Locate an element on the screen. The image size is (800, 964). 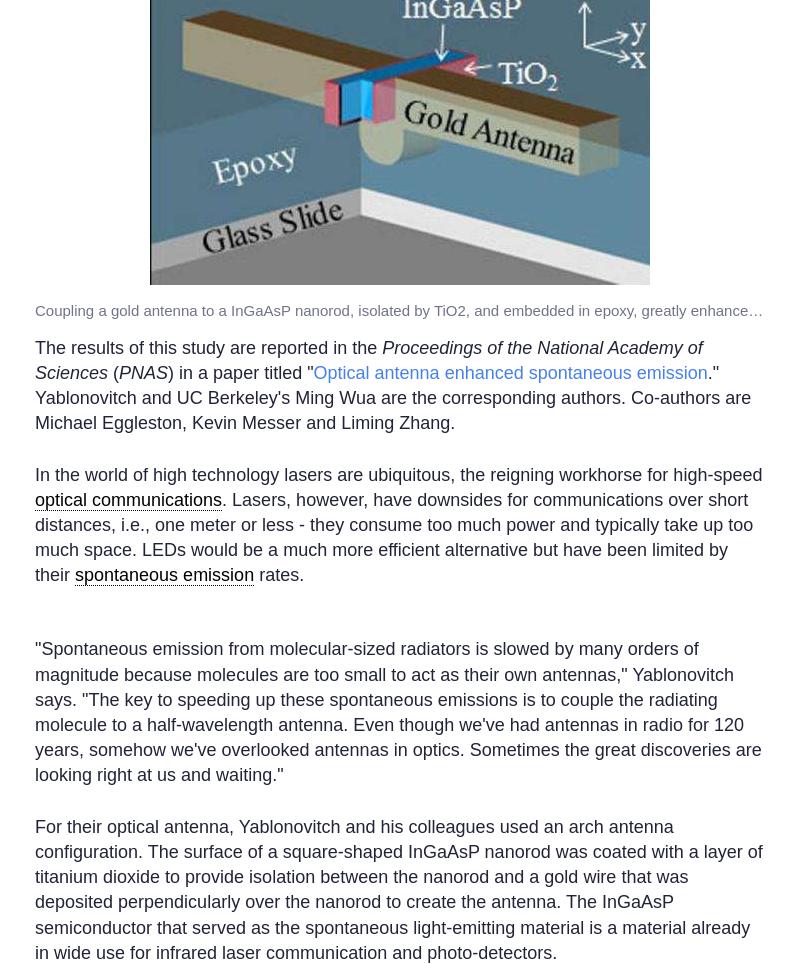
'rates.' is located at coordinates (253, 574).